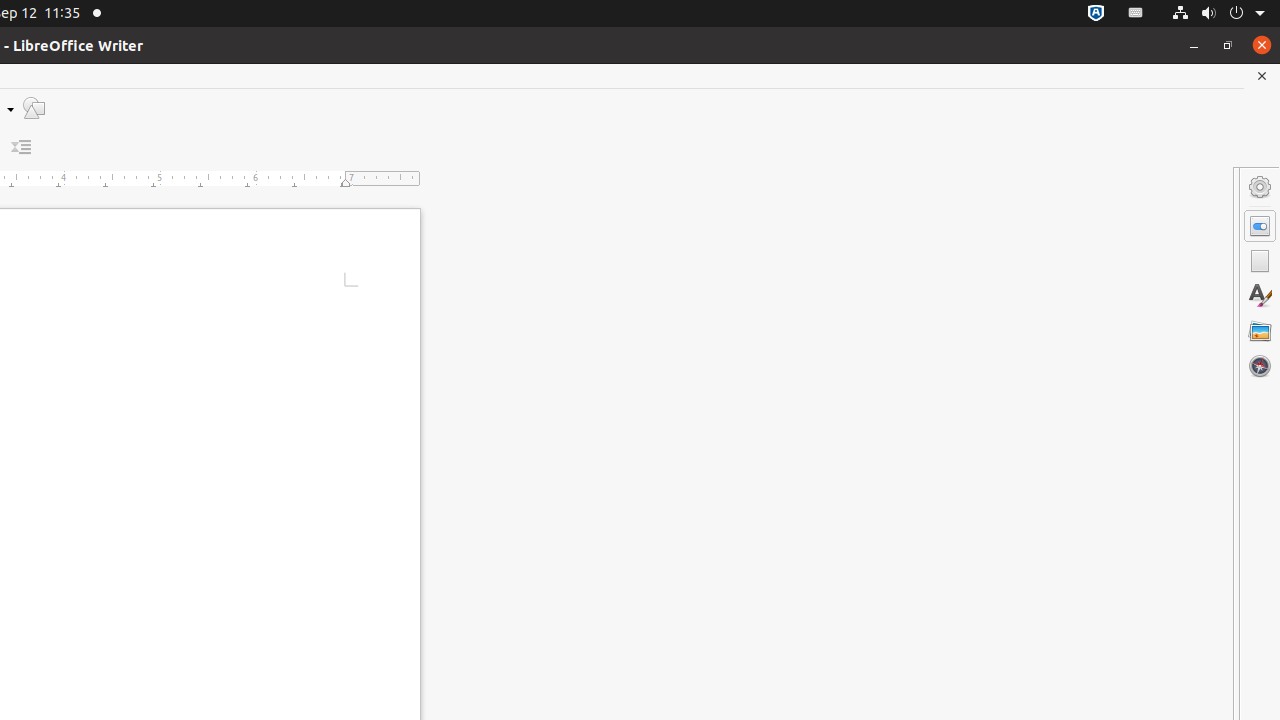 The width and height of the screenshot is (1280, 720). Describe the element at coordinates (1094, 13) in the screenshot. I see `':1.72/StatusNotifierItem'` at that location.